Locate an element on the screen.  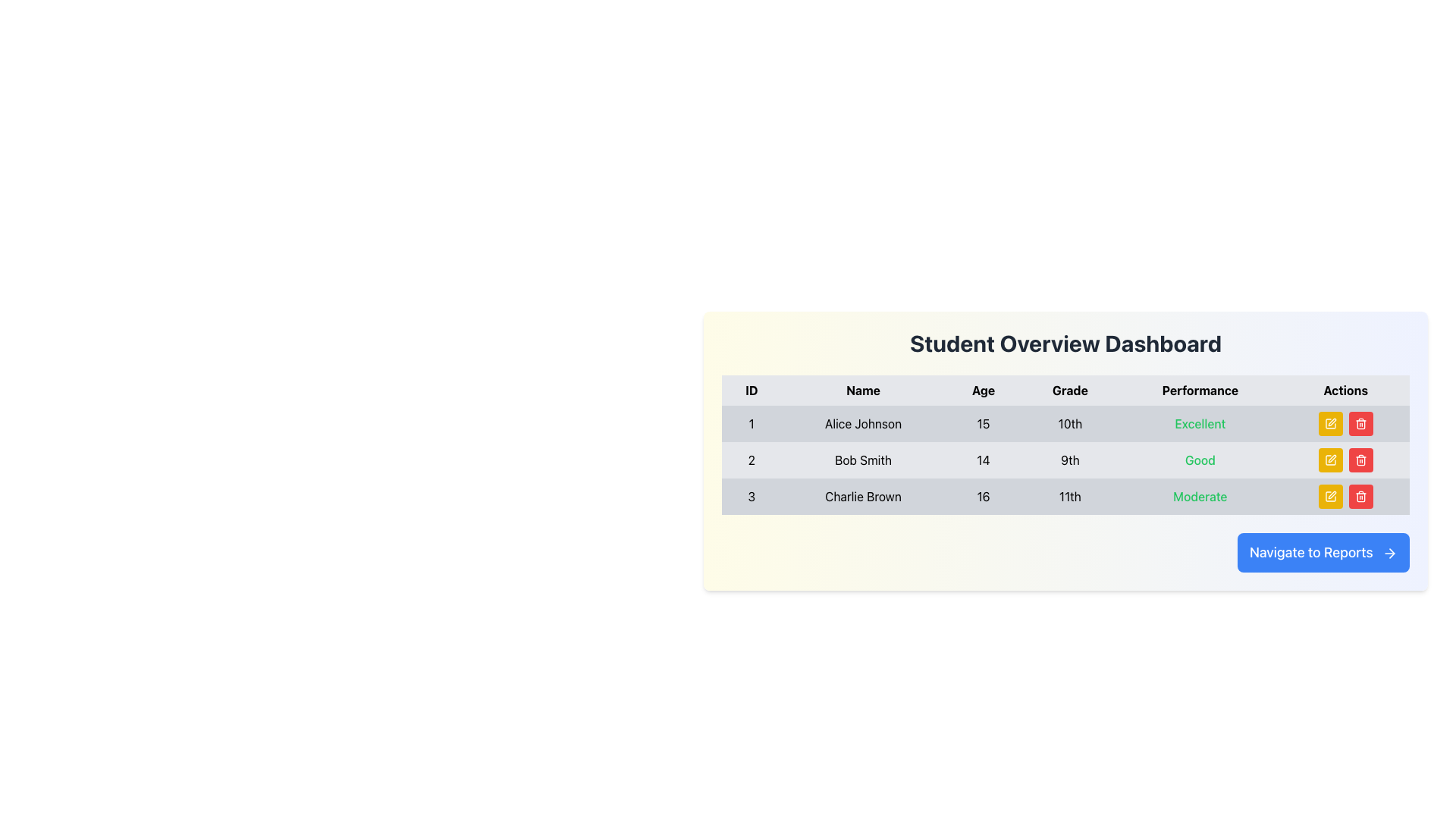
the trash bin icon in the Actions column of the table is located at coordinates (1360, 460).